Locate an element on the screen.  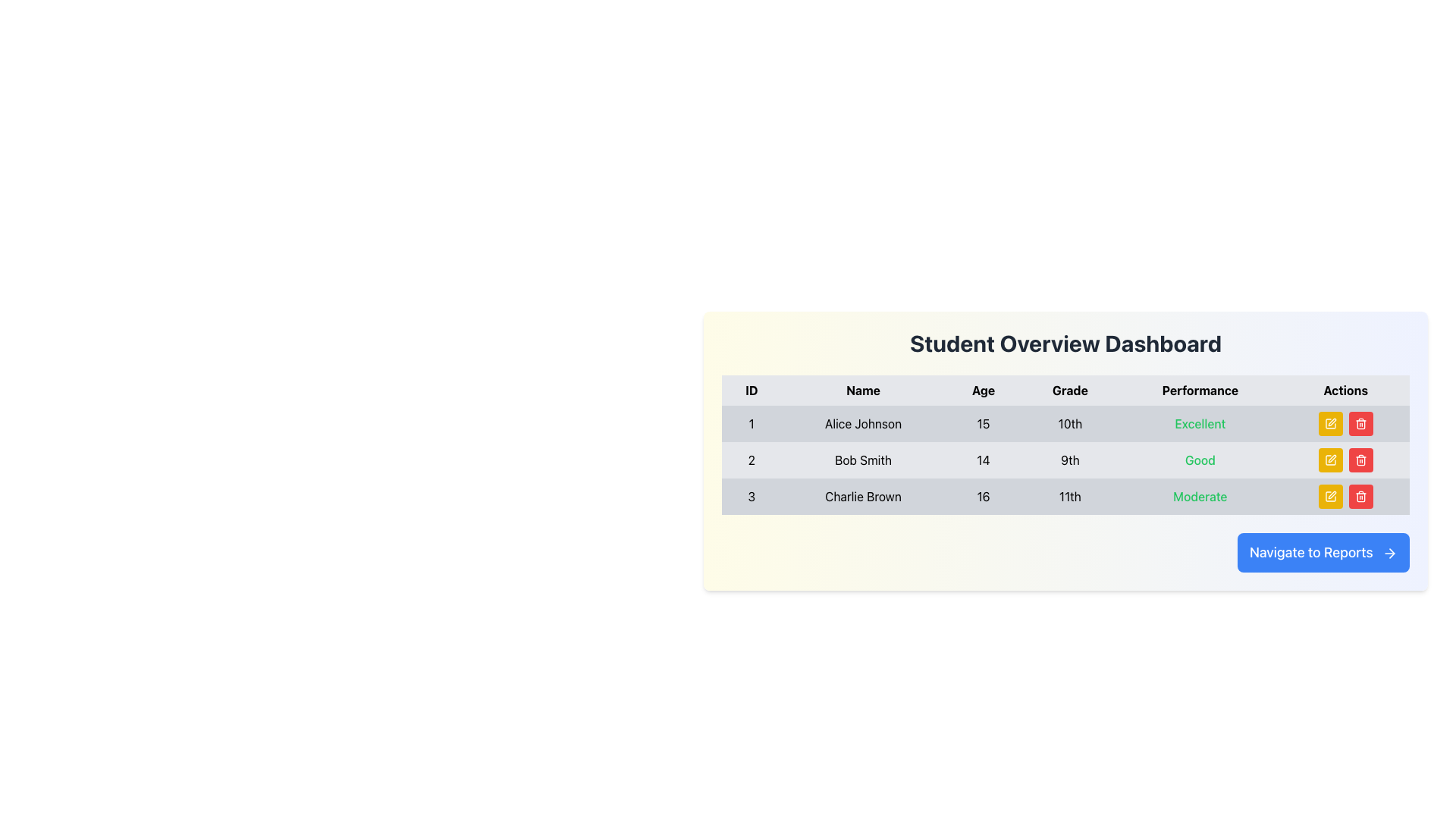
the trash bin icon in the Actions column of the table is located at coordinates (1360, 460).